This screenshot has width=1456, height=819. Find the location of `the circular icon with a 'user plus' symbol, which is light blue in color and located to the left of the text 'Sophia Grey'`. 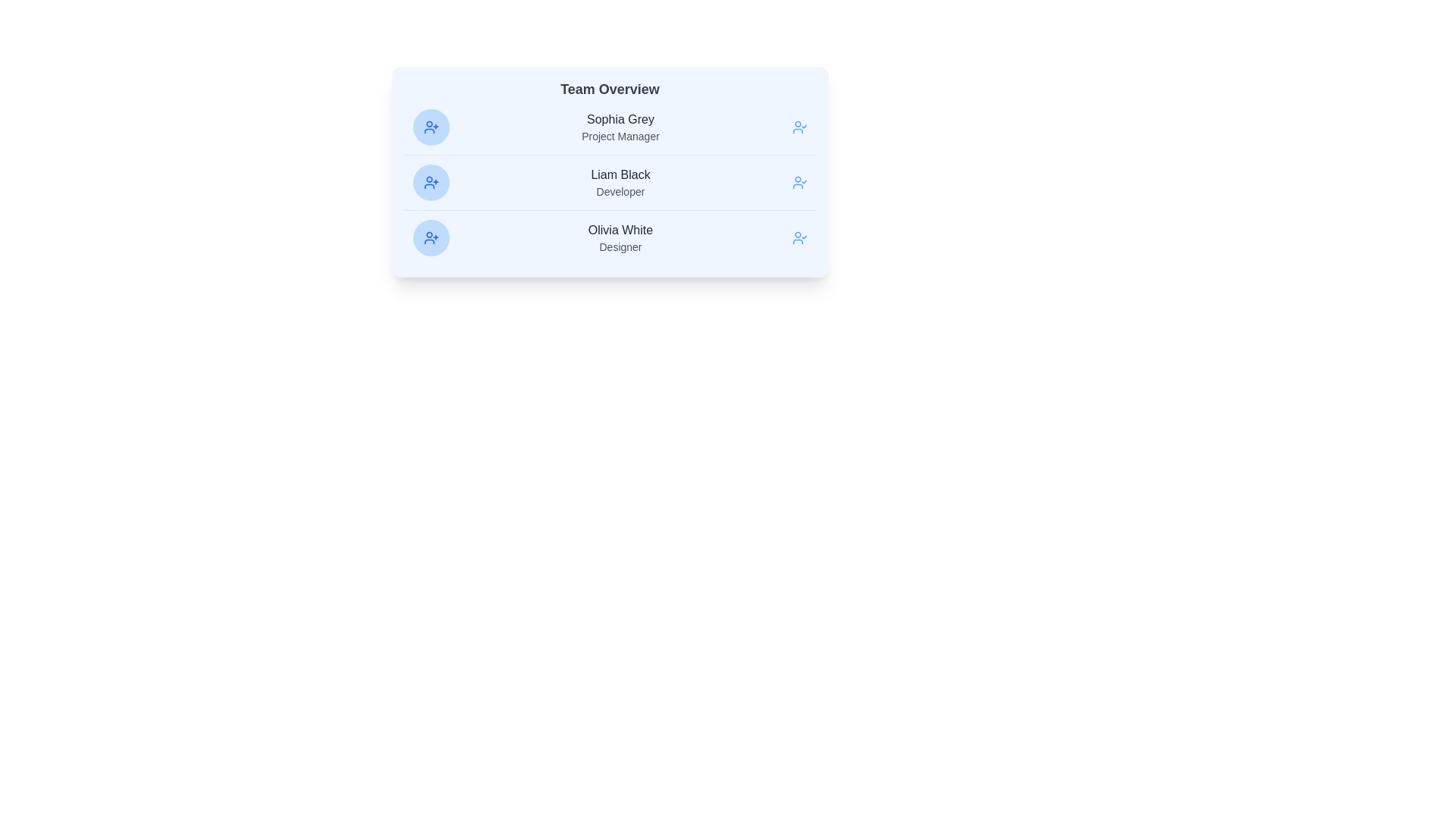

the circular icon with a 'user plus' symbol, which is light blue in color and located to the left of the text 'Sophia Grey' is located at coordinates (430, 127).